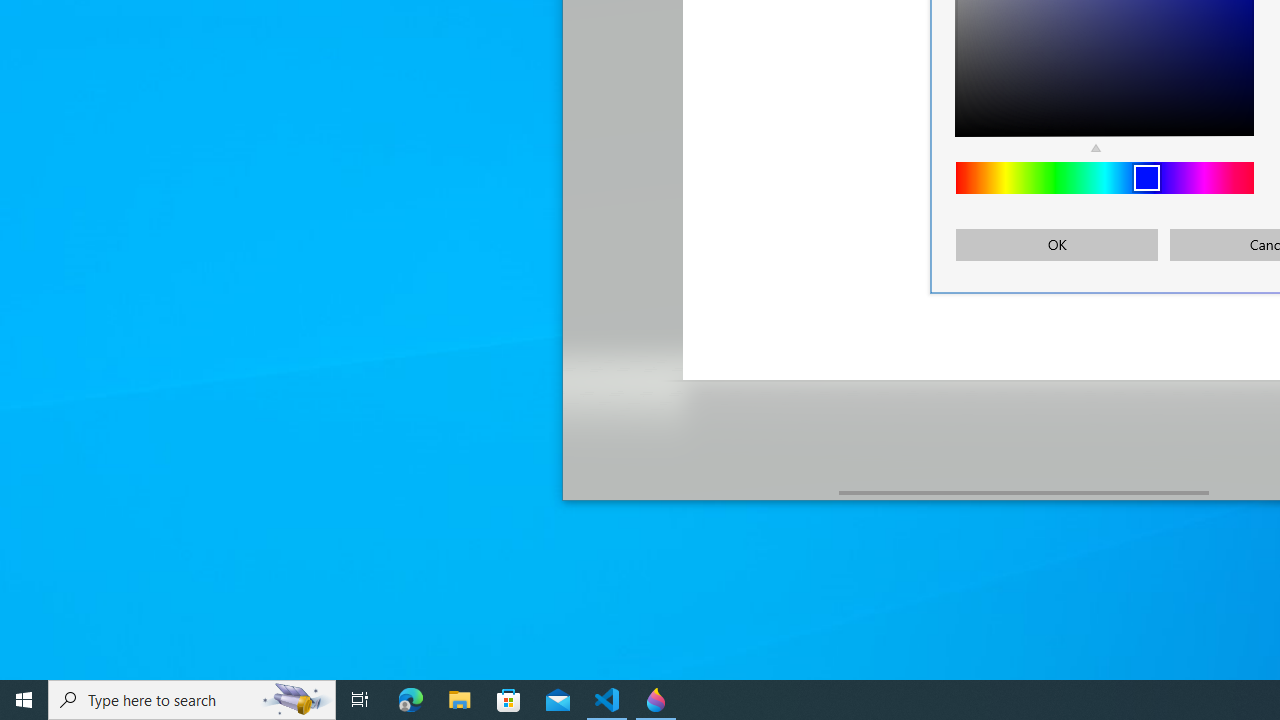 The width and height of the screenshot is (1280, 720). I want to click on 'Search highlights icon opens search home window', so click(294, 698).